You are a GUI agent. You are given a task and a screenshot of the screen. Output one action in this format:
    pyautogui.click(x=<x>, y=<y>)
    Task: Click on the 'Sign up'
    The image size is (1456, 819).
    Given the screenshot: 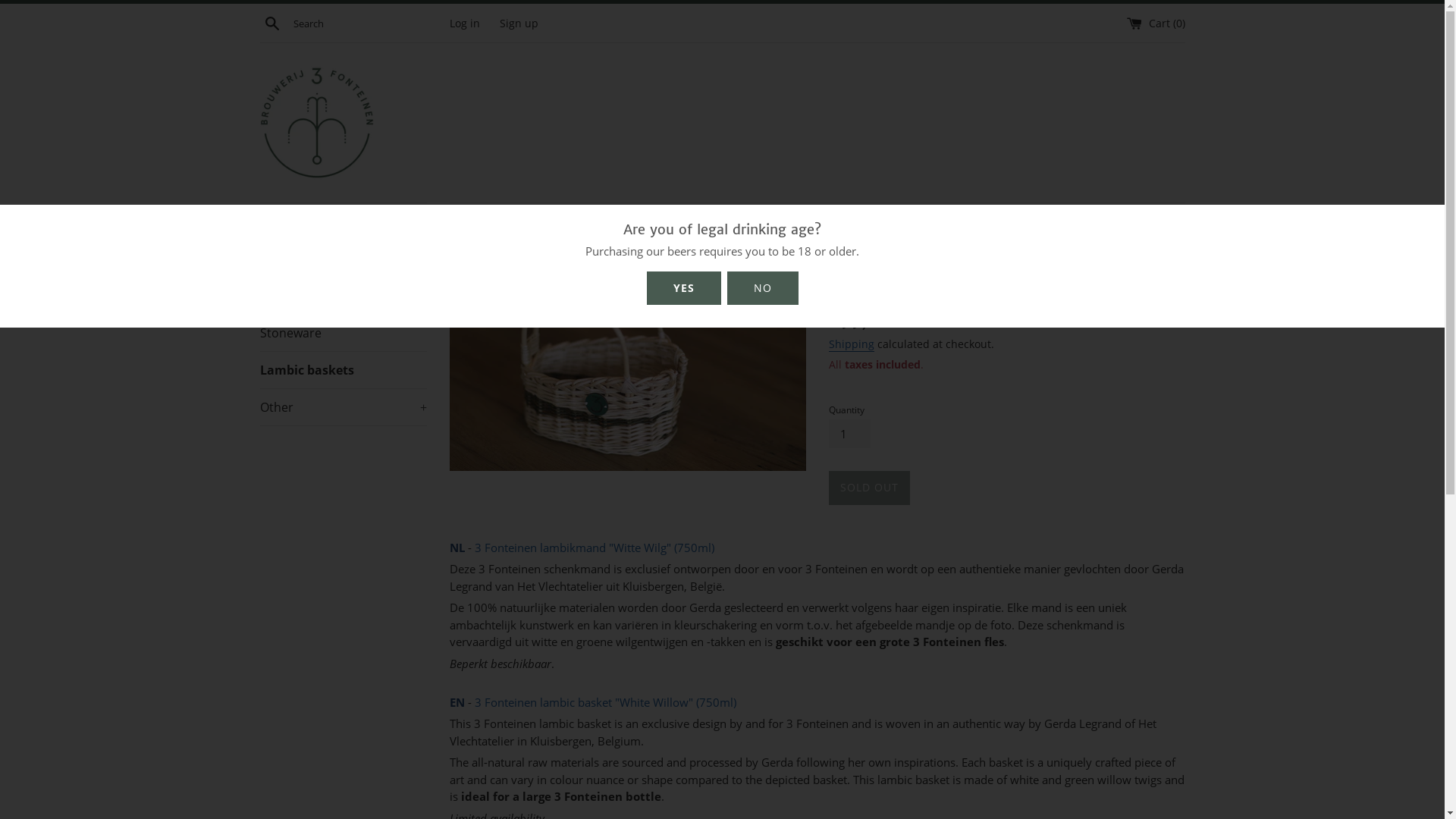 What is the action you would take?
    pyautogui.click(x=518, y=23)
    